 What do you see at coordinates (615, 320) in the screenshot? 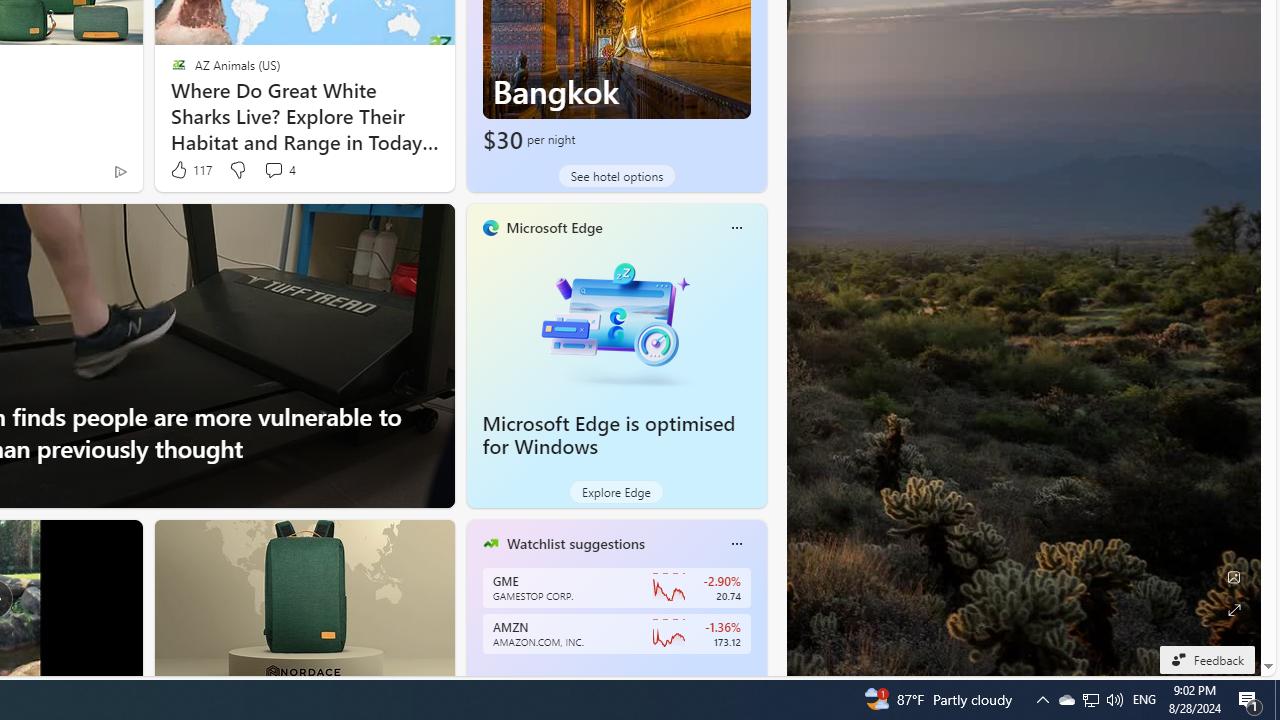
I see `'Microsoft Edge is optimised for Windows'` at bounding box center [615, 320].